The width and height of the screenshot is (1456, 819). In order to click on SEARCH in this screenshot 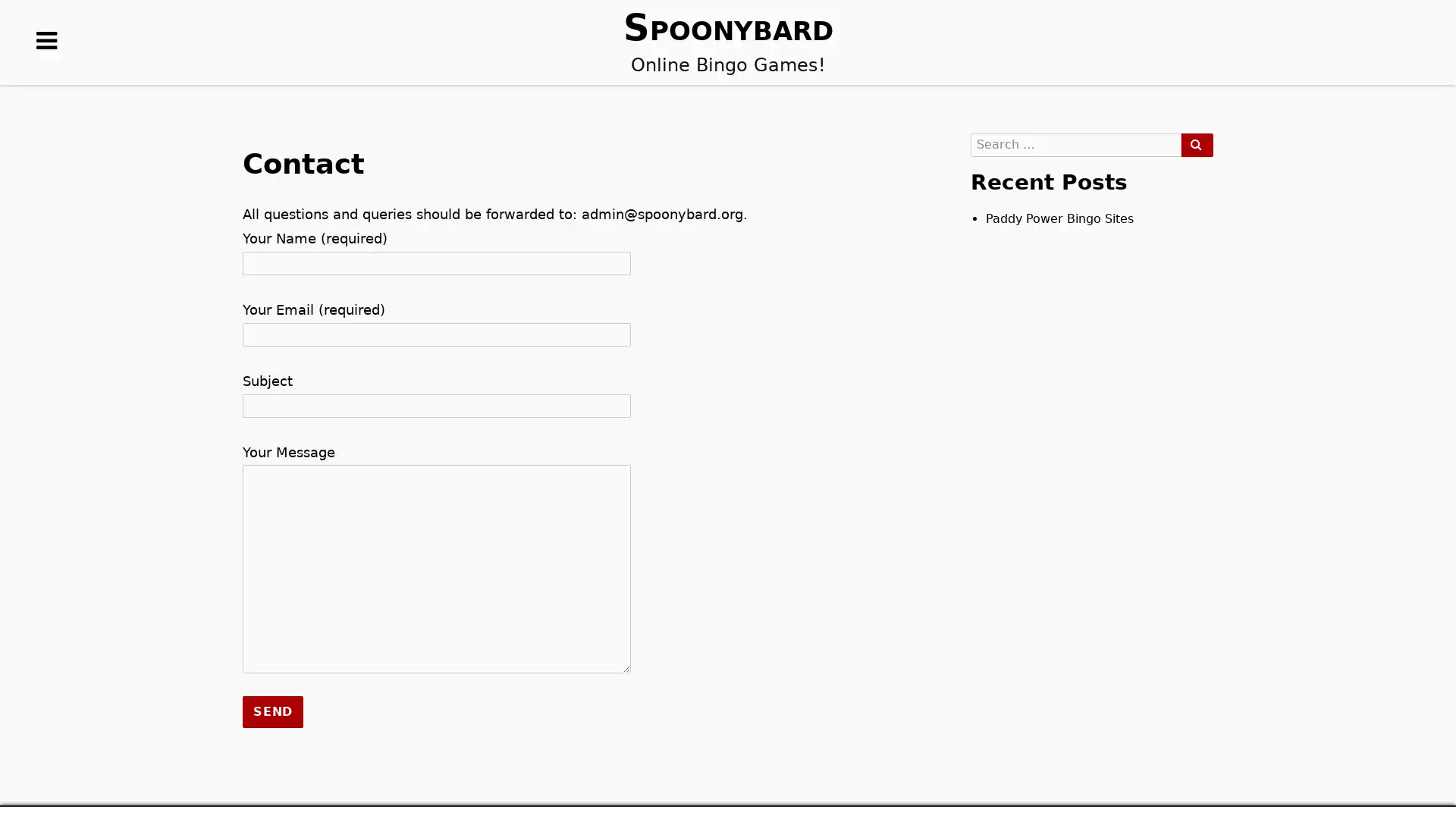, I will do `click(1196, 145)`.